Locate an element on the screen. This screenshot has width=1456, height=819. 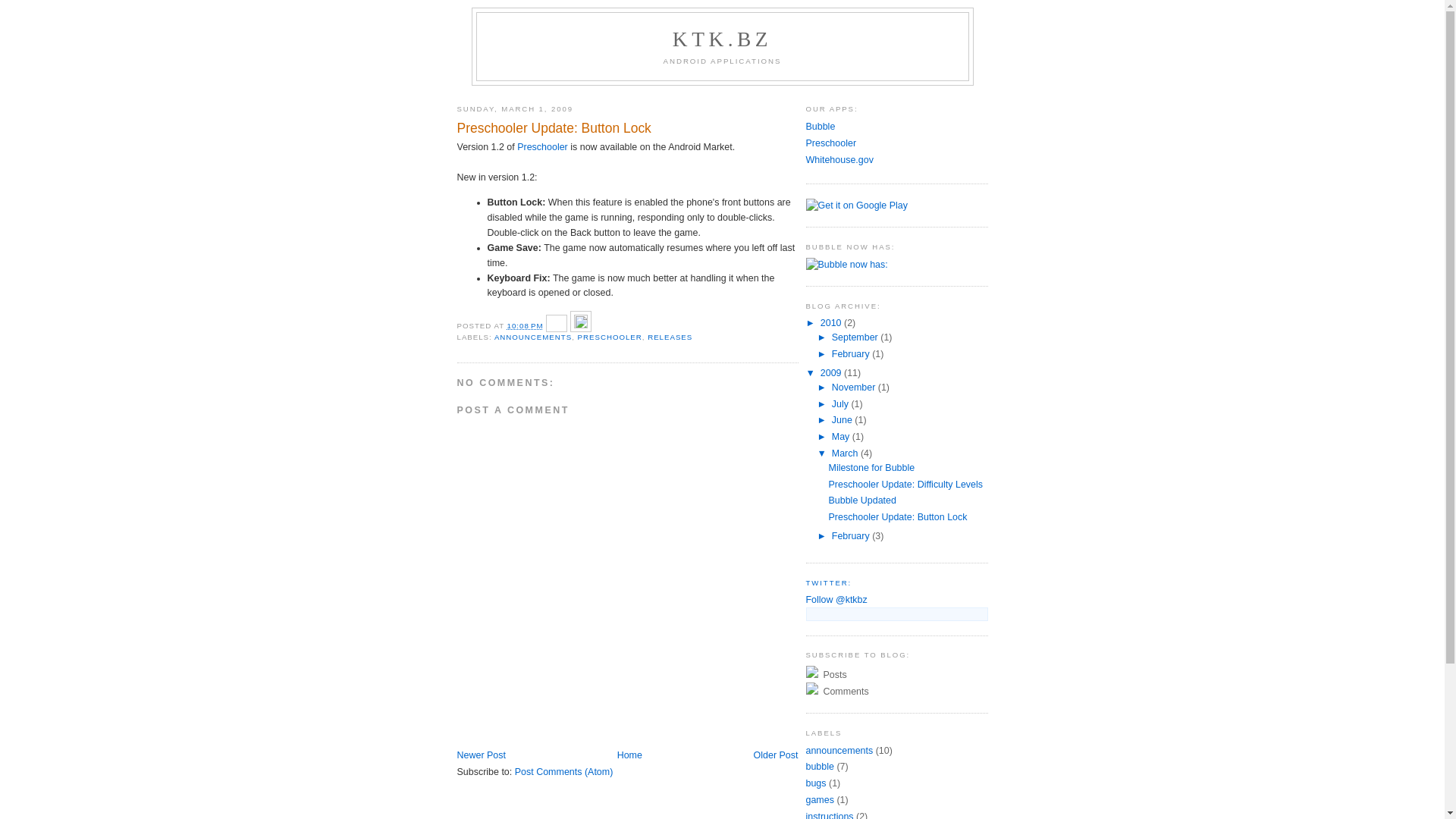
'2009' is located at coordinates (831, 373).